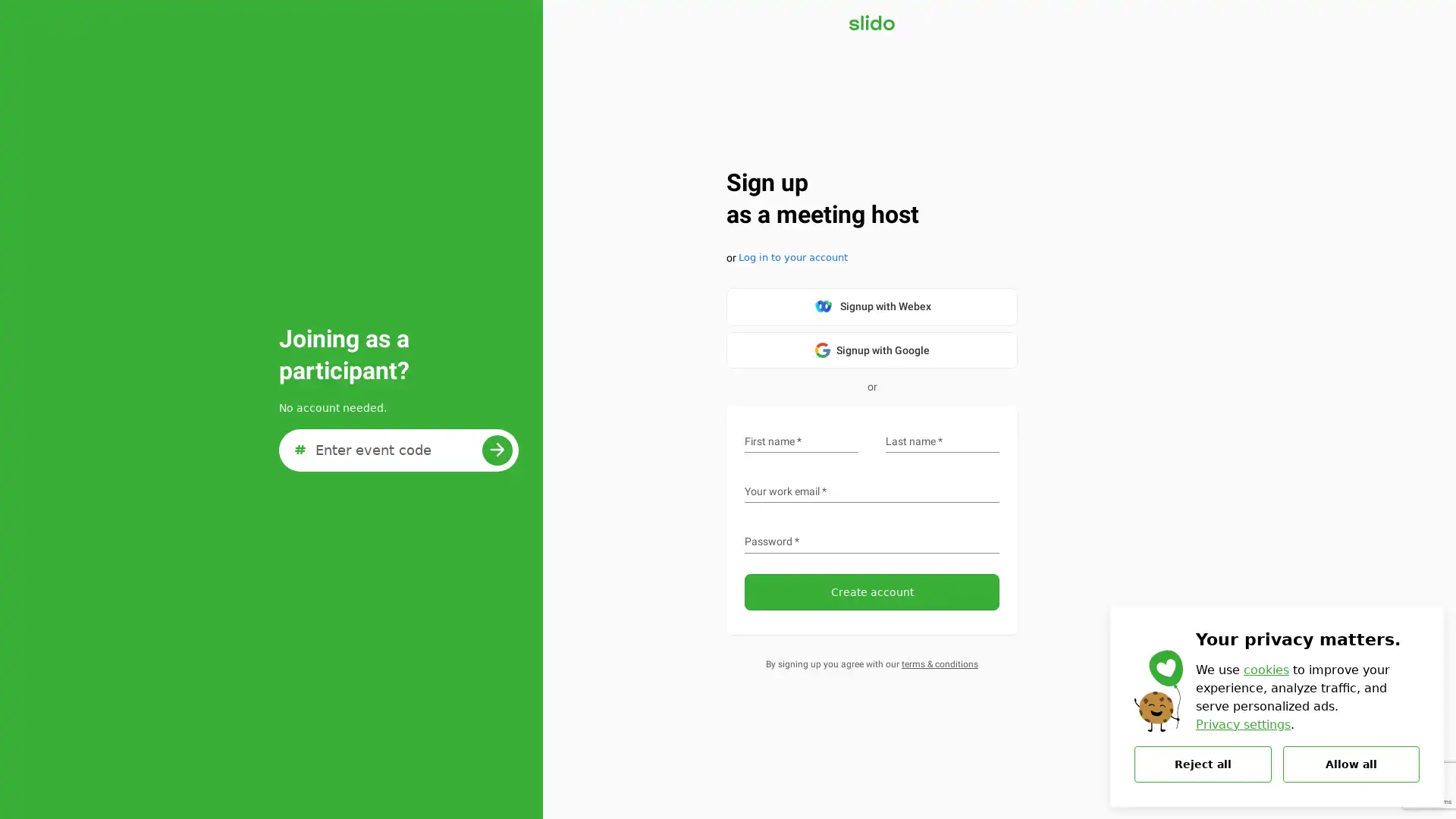 The width and height of the screenshot is (1456, 819). Describe the element at coordinates (872, 350) in the screenshot. I see `google-logo Signup with Google` at that location.